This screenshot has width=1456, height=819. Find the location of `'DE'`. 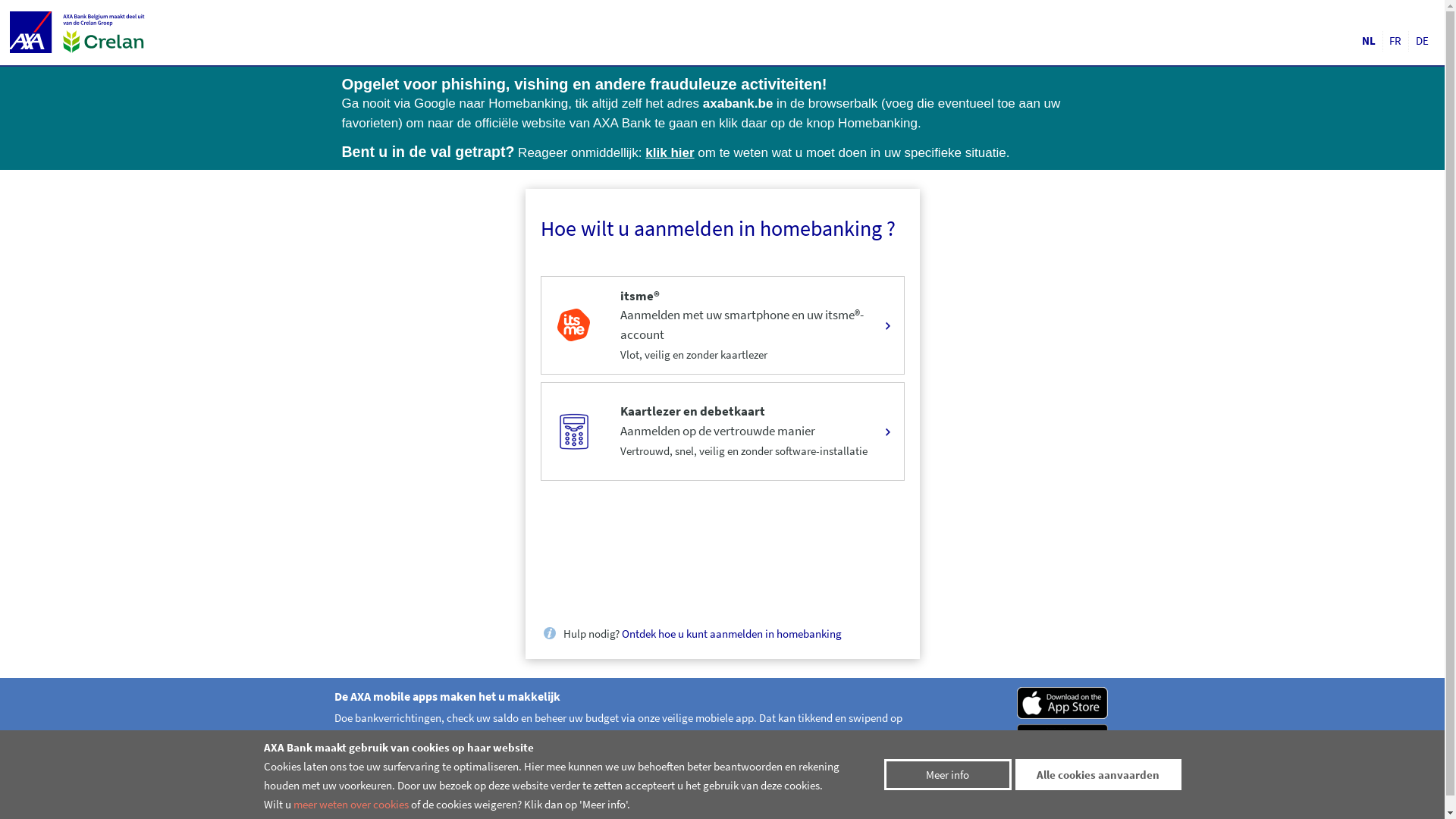

'DE' is located at coordinates (1421, 40).